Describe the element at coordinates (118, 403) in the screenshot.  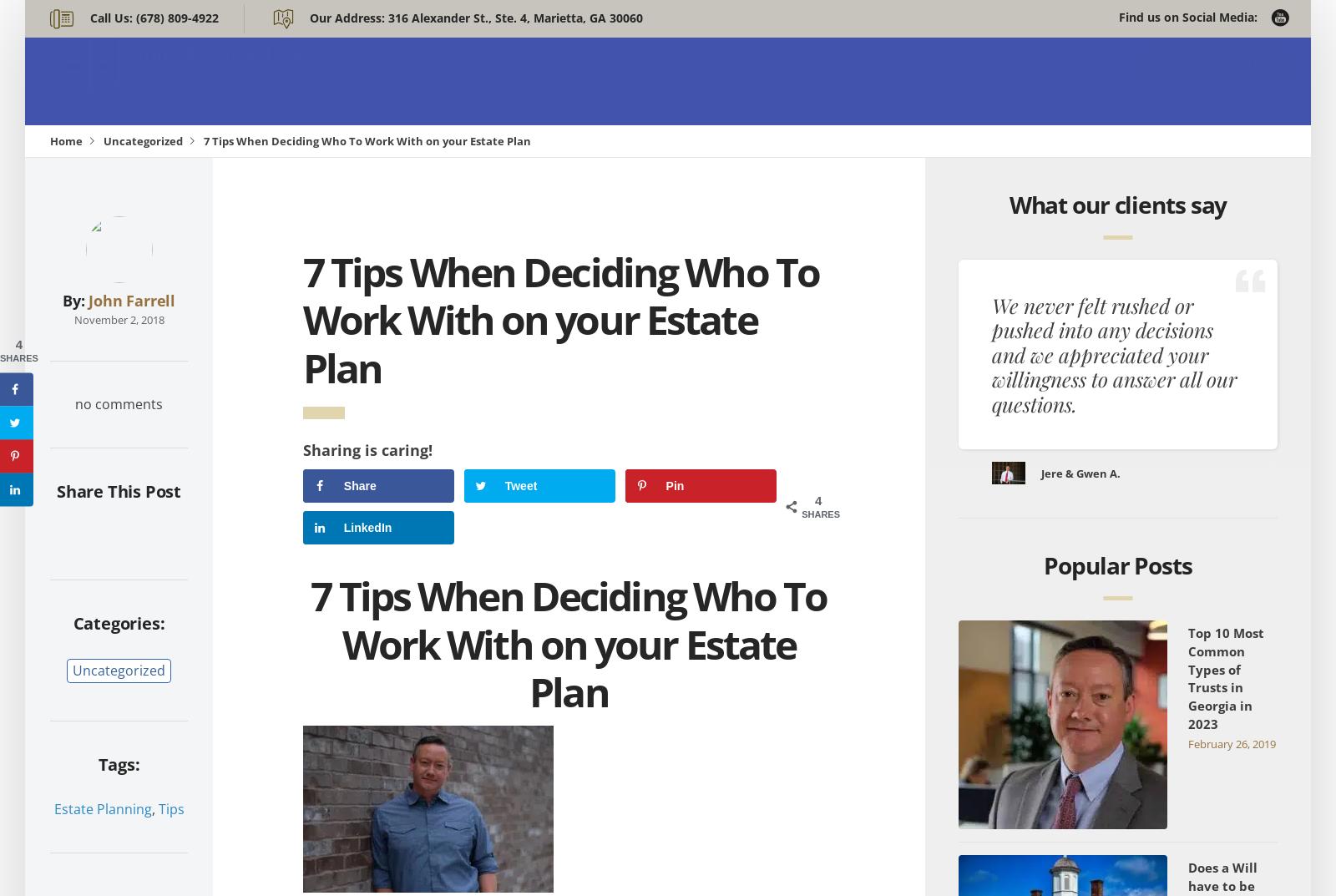
I see `'no comments'` at that location.